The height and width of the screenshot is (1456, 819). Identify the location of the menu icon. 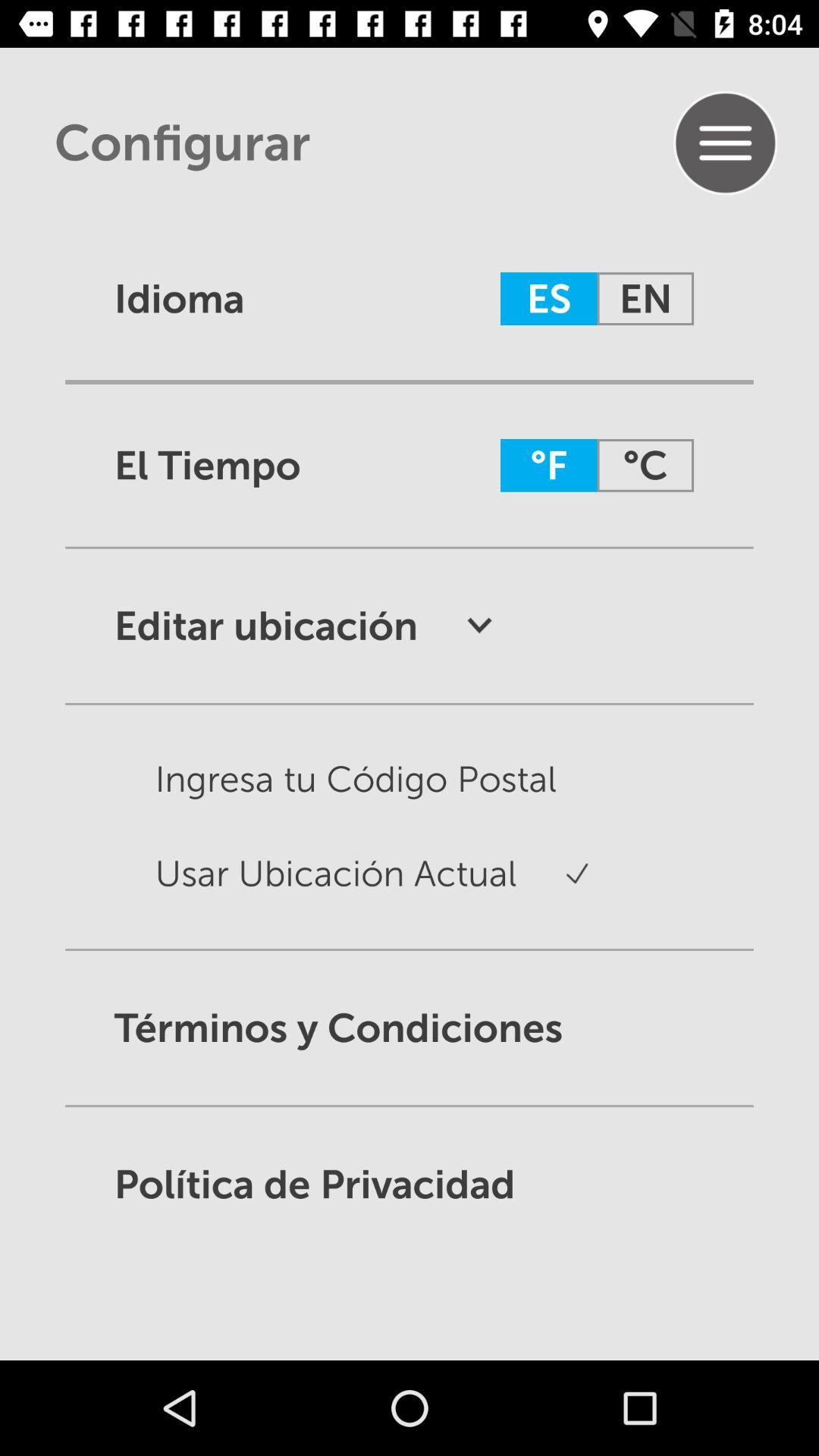
(724, 143).